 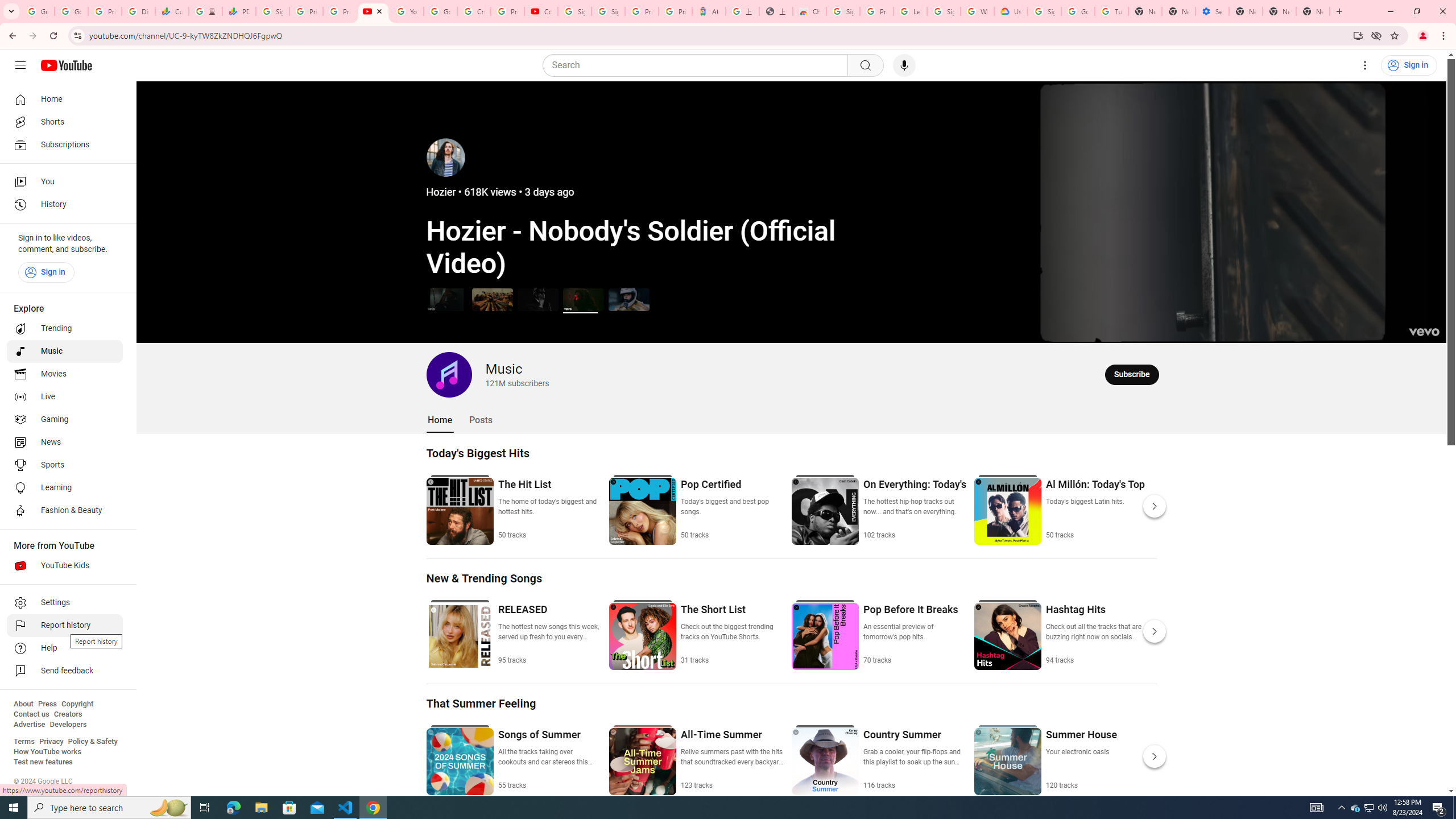 I want to click on 'Content Creator Programs & Opportunities - YouTube Creators', so click(x=541, y=11).